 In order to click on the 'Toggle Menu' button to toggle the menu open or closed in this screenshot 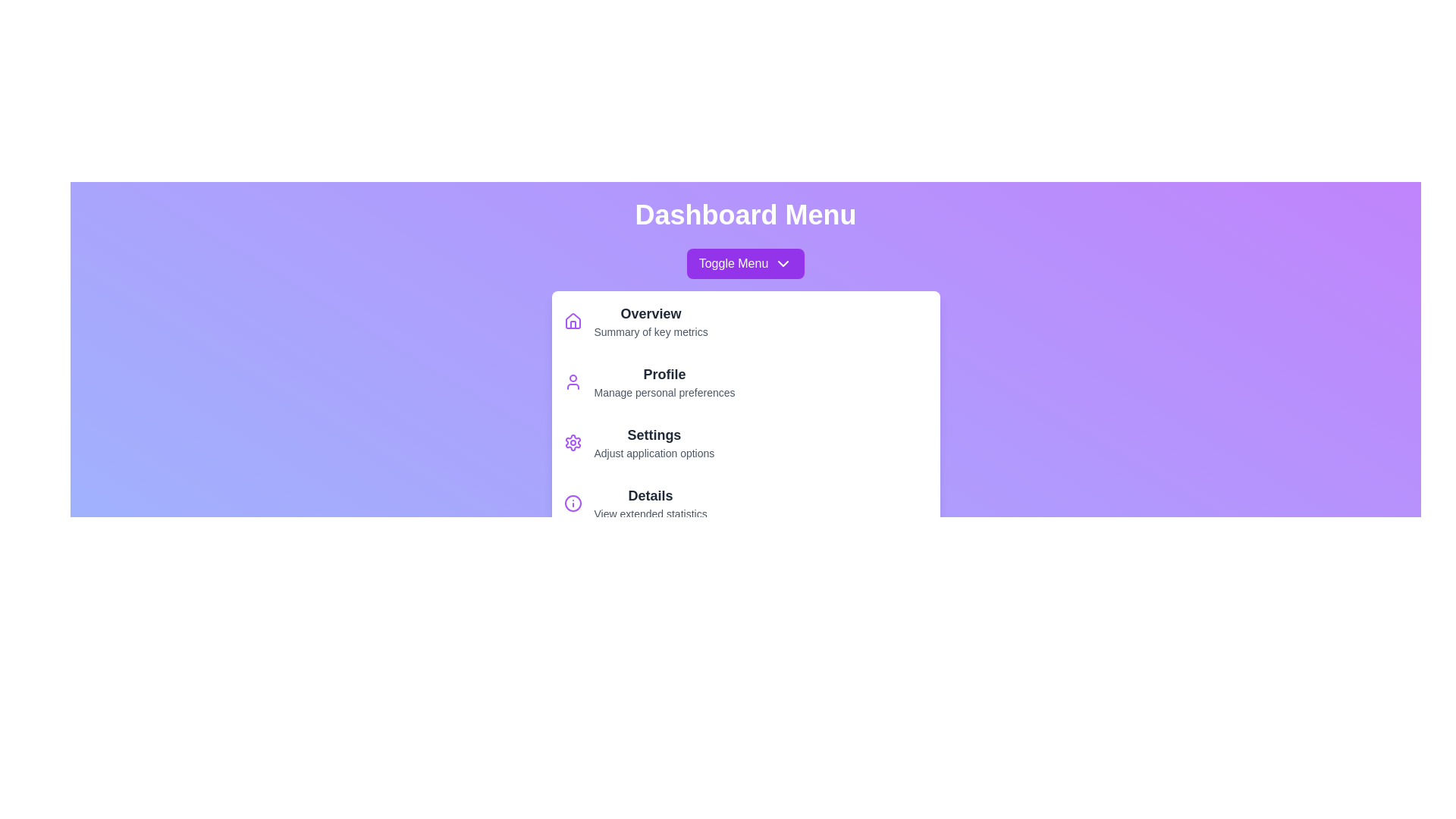, I will do `click(745, 262)`.